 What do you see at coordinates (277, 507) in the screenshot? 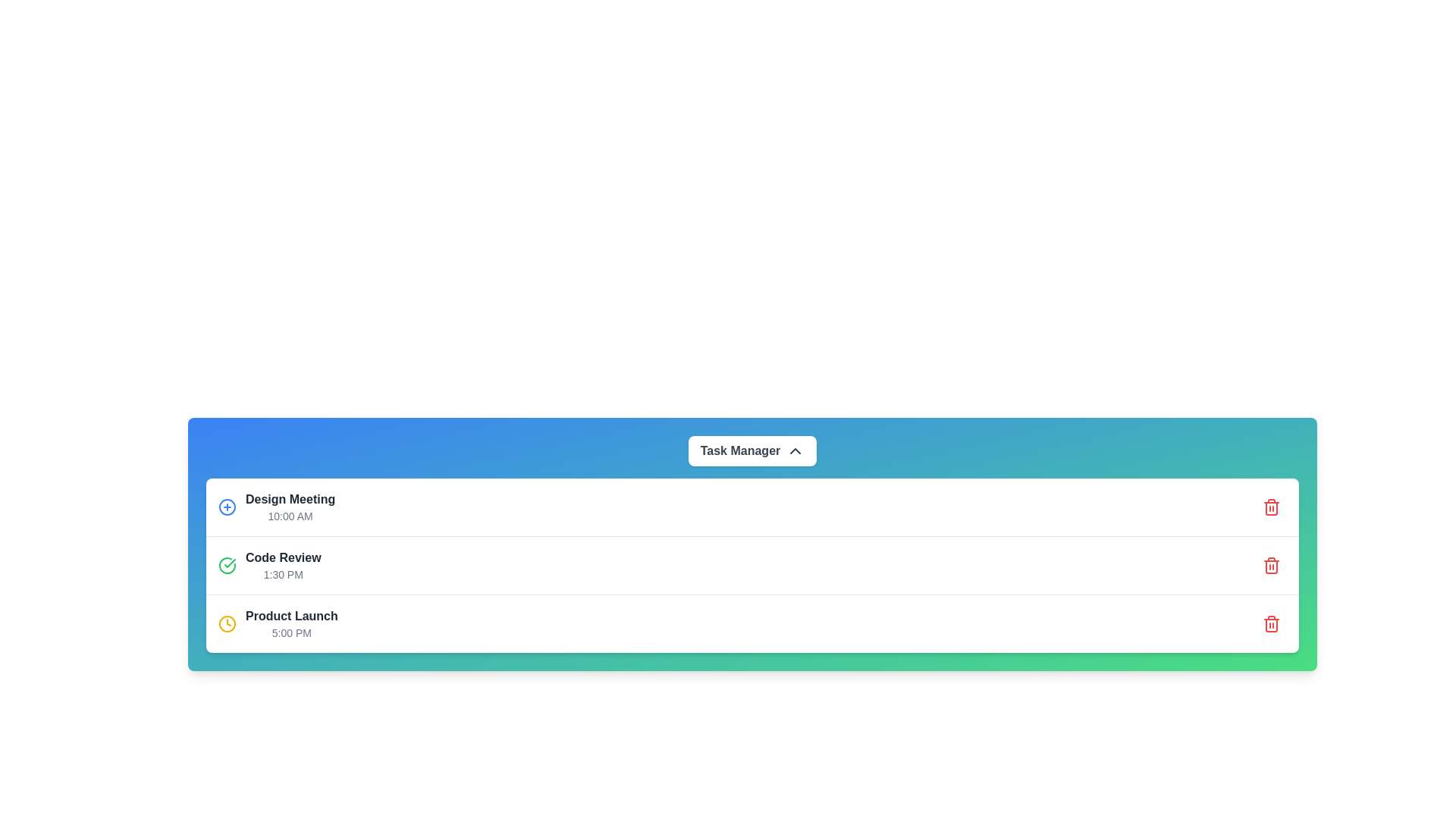
I see `the blue circular icon with a plus symbol inside, located in the first list item of the task list, titled 'Design Meeting'` at bounding box center [277, 507].